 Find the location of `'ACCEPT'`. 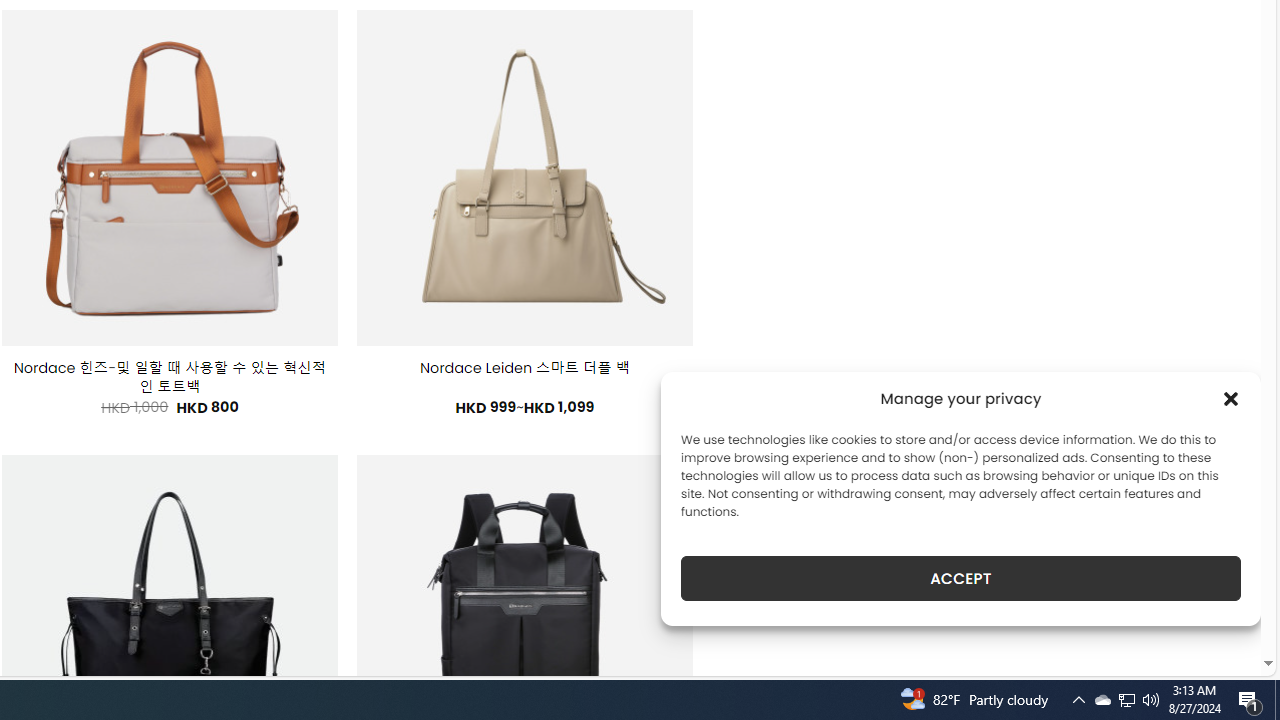

'ACCEPT' is located at coordinates (961, 578).